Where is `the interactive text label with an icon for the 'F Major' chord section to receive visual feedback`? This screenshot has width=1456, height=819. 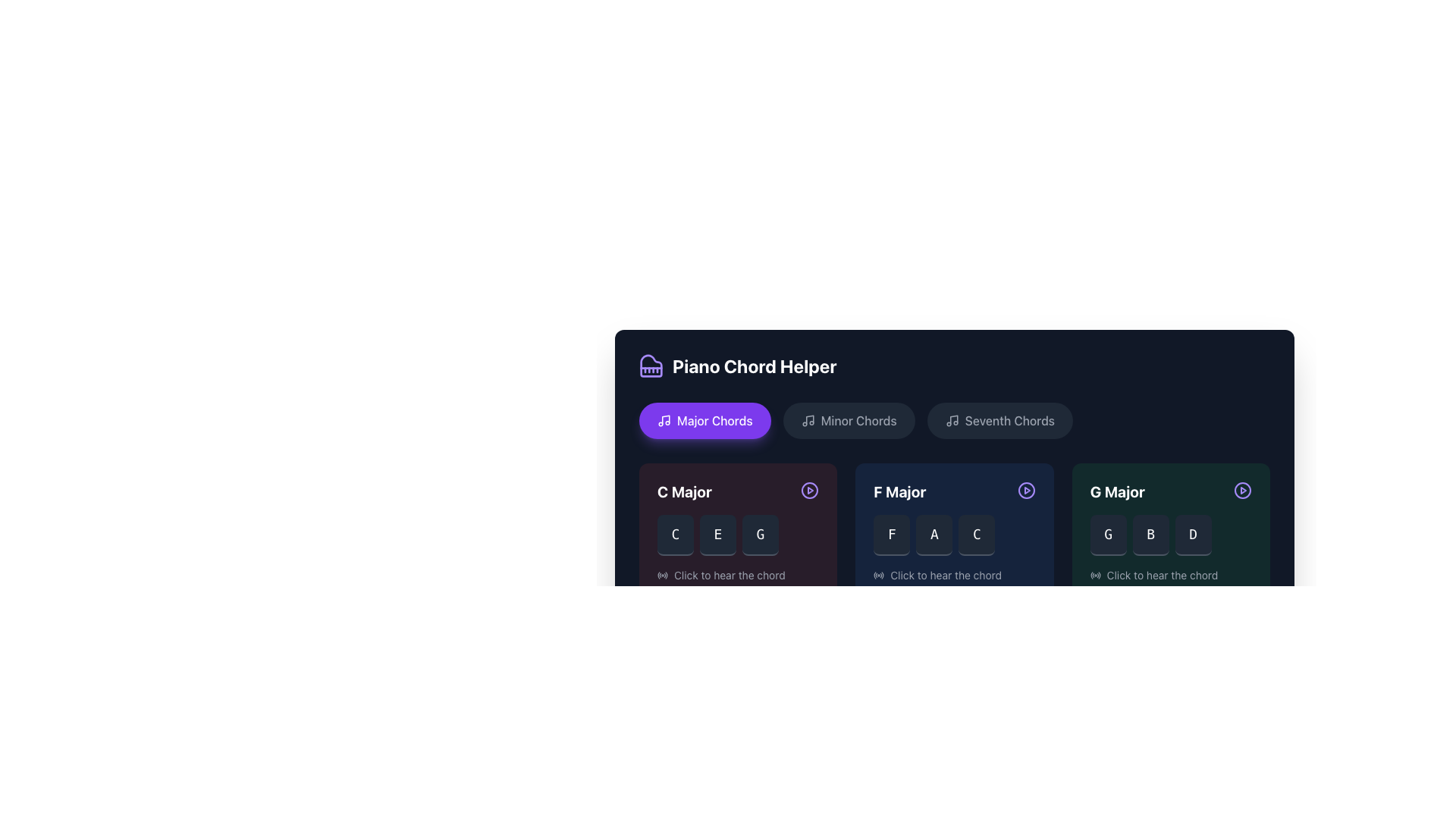 the interactive text label with an icon for the 'F Major' chord section to receive visual feedback is located at coordinates (953, 576).